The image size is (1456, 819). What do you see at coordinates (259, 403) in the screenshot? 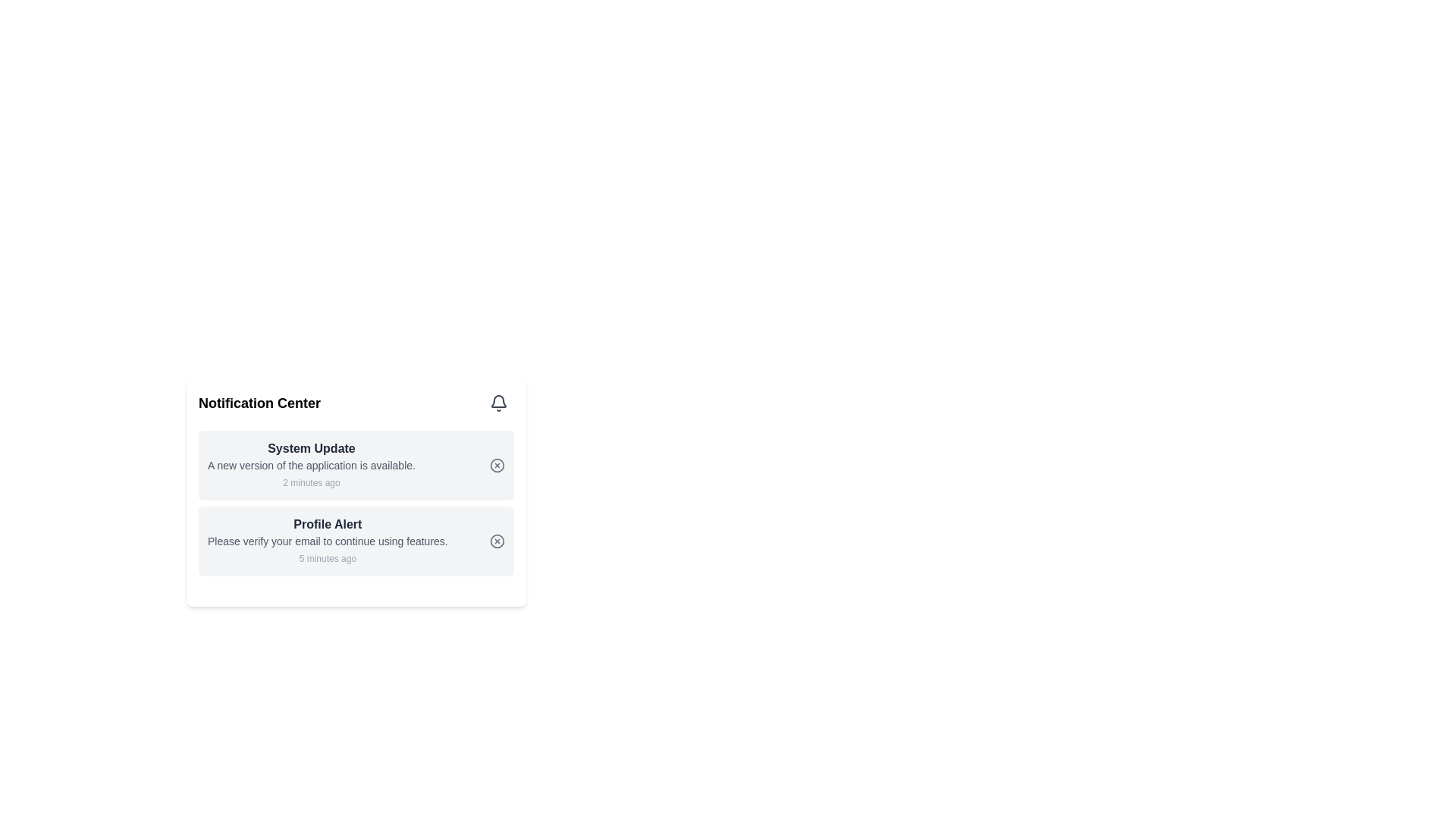
I see `the static header text label for the notification section, which is located to the left of an interactive bell icon` at bounding box center [259, 403].